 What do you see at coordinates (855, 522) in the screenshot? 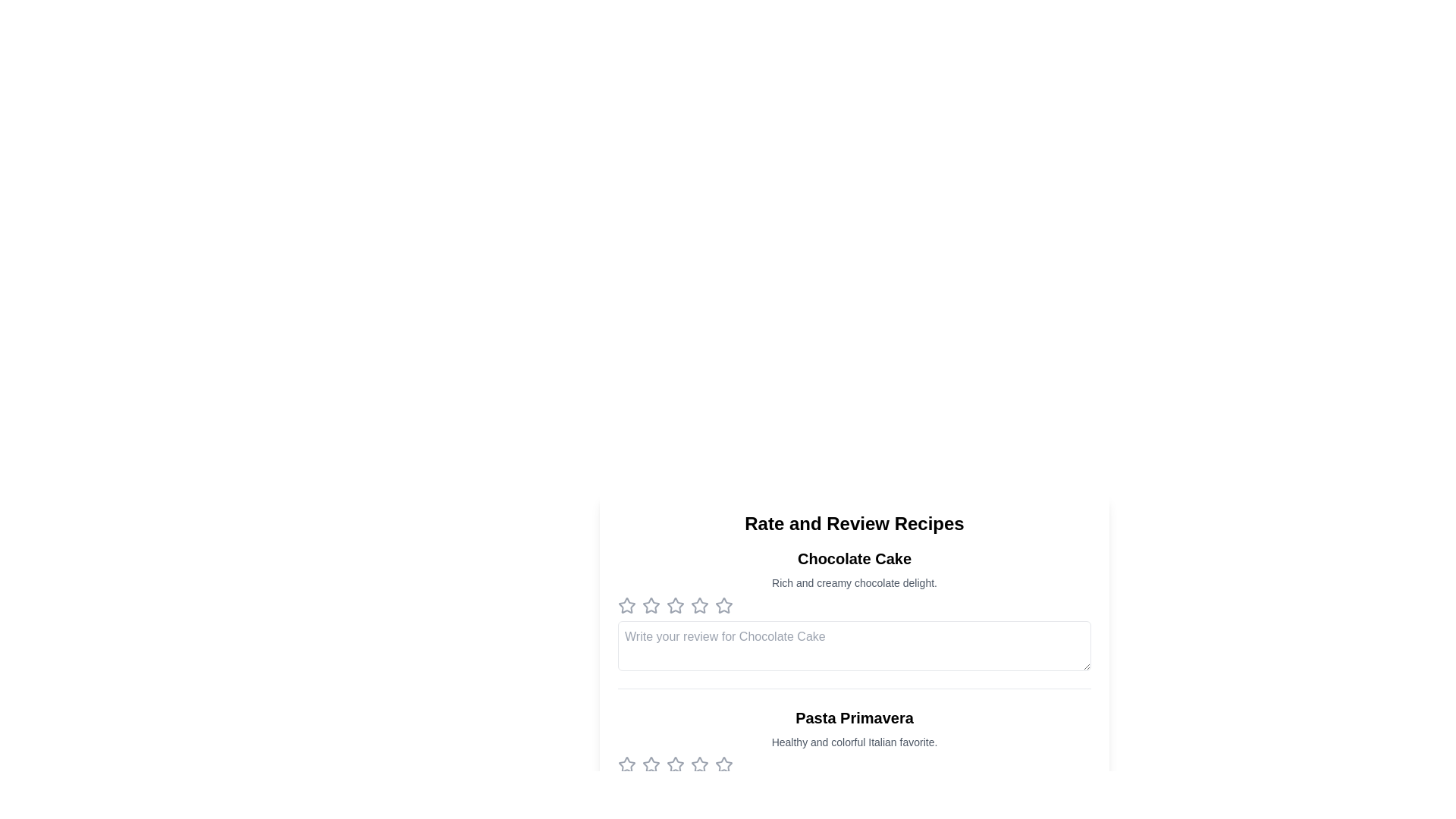
I see `the primary heading that introduces the functionality and purpose of the content related to rating and reviewing recipes, located above the list starting with 'Chocolate Cake'` at bounding box center [855, 522].